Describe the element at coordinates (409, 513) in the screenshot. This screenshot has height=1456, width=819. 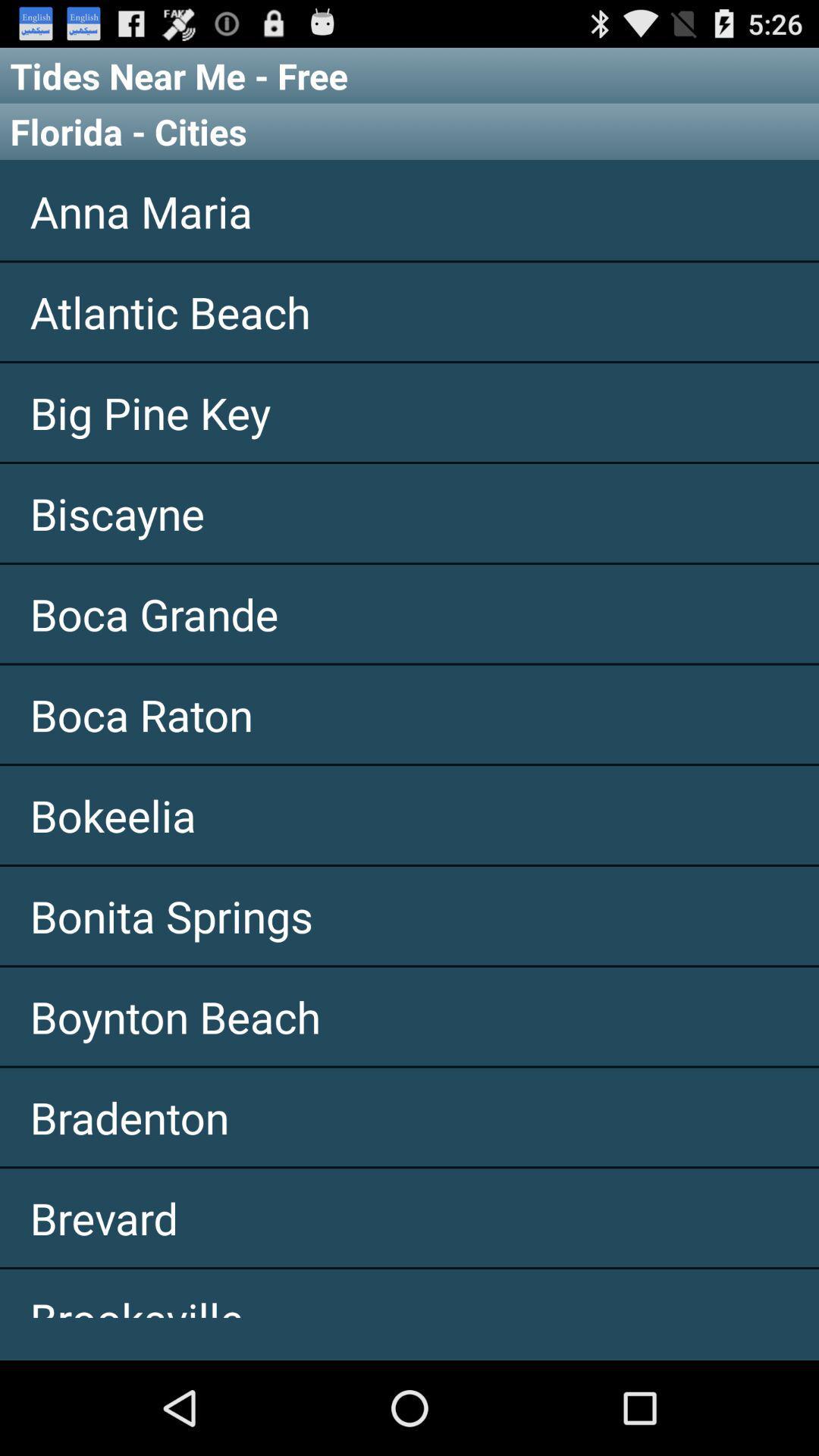
I see `the app below the big pine key` at that location.